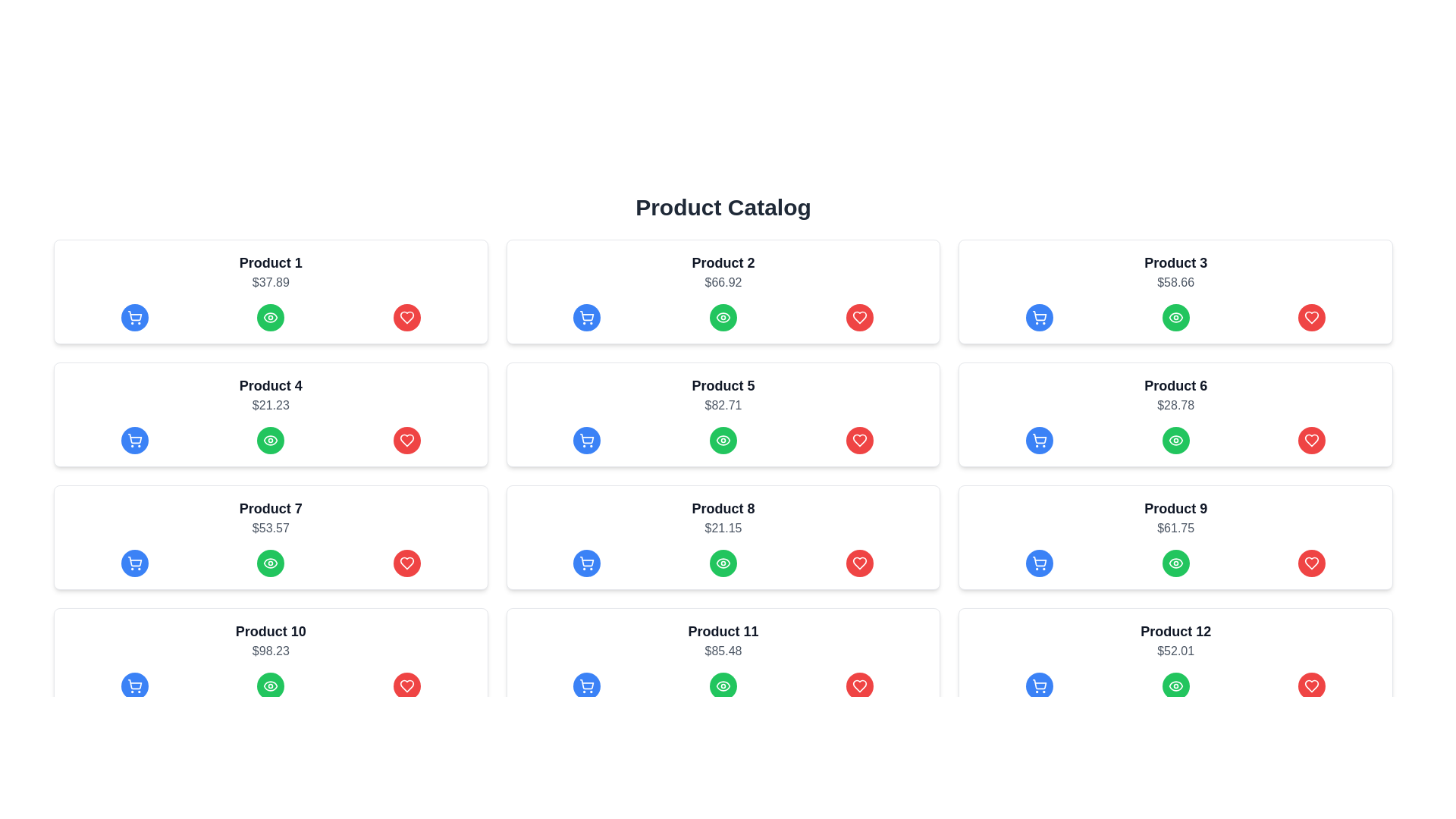  I want to click on the green eye icon, which is positioned below 'Product 4 $21.23', so click(271, 441).